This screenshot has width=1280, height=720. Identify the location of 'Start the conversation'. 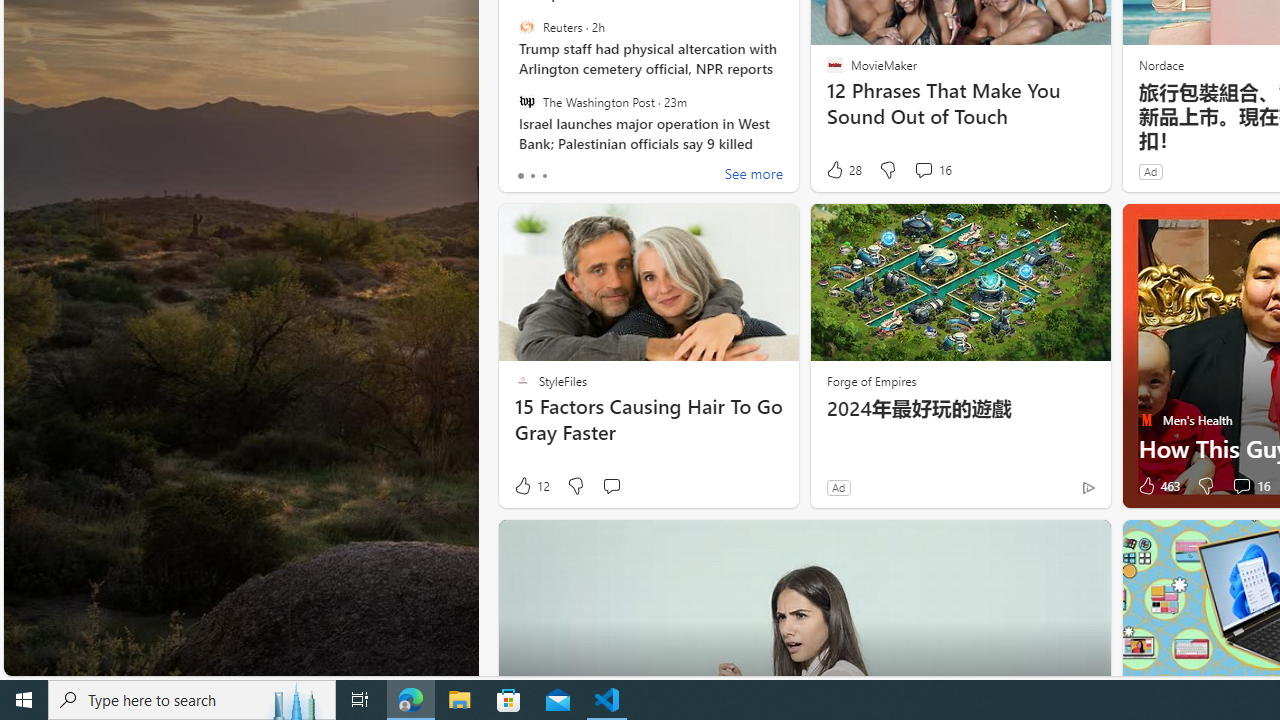
(610, 486).